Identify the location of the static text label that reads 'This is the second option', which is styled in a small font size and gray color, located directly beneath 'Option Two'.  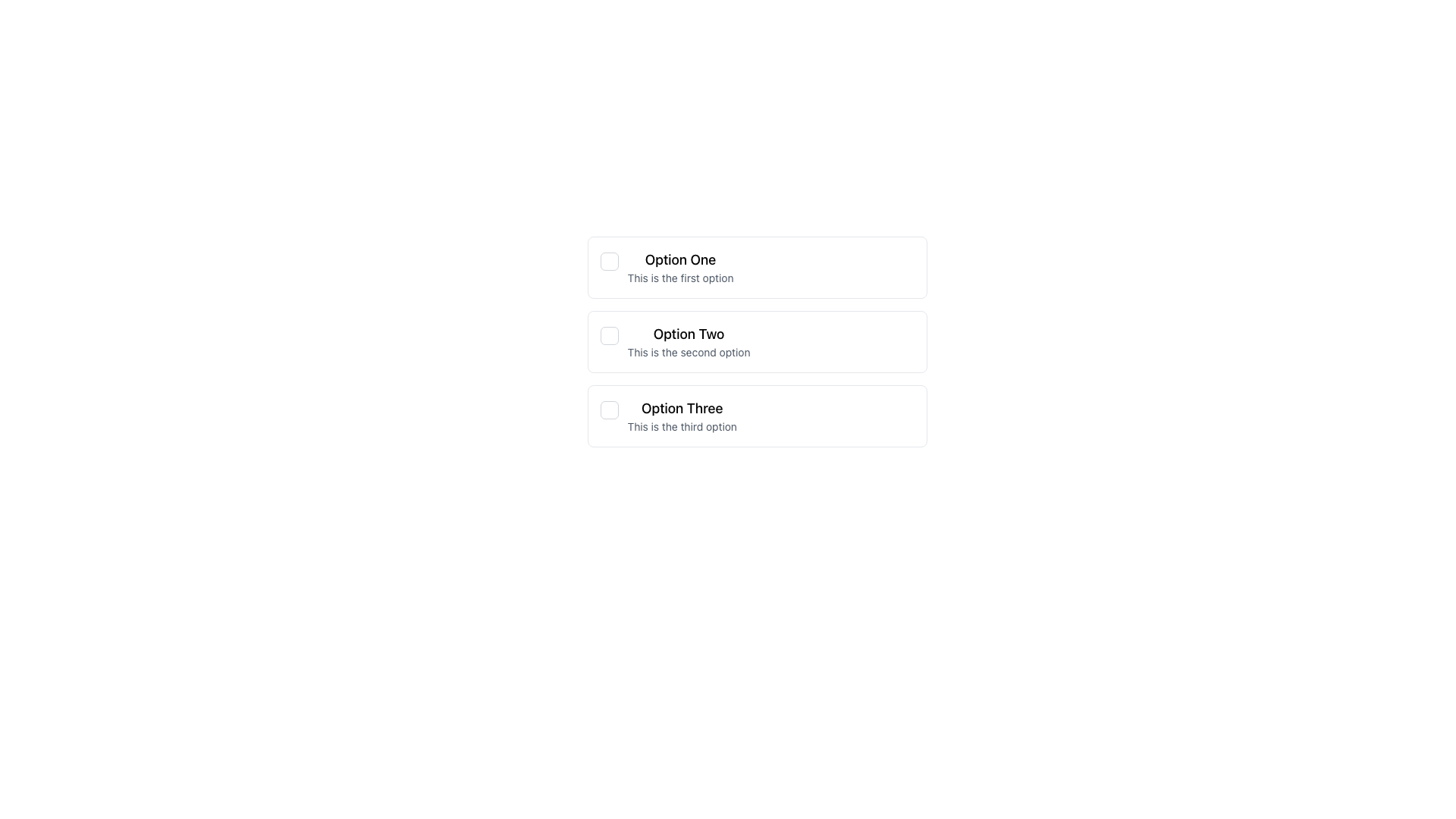
(688, 353).